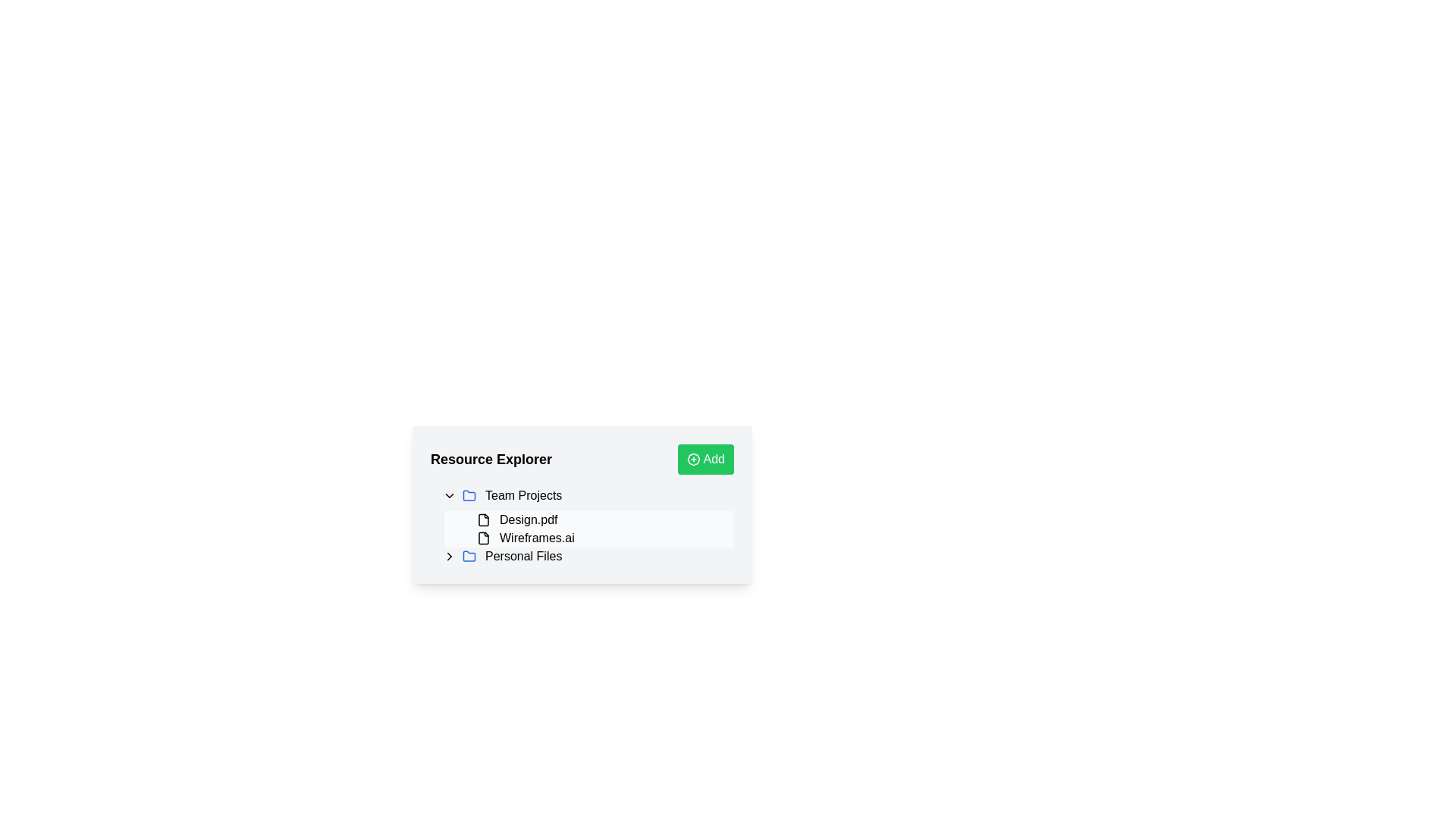 The height and width of the screenshot is (819, 1456). I want to click on the right-pointing chevron icon located in the rightmost region of the 'Personal Files' folder entry in the Resource Explorer, so click(449, 556).